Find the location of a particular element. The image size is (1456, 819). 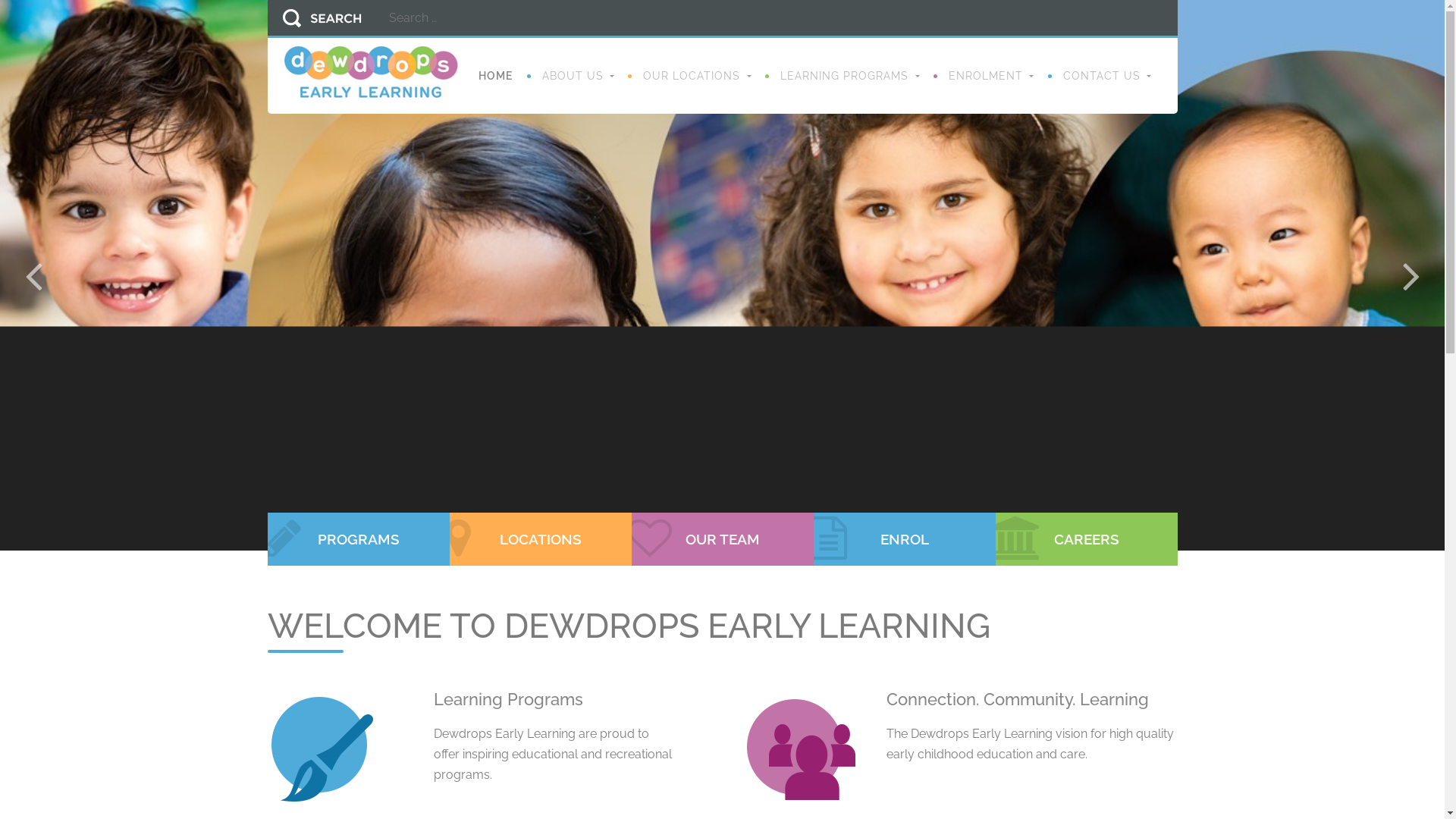

'PROGRAMS' is located at coordinates (266, 538).